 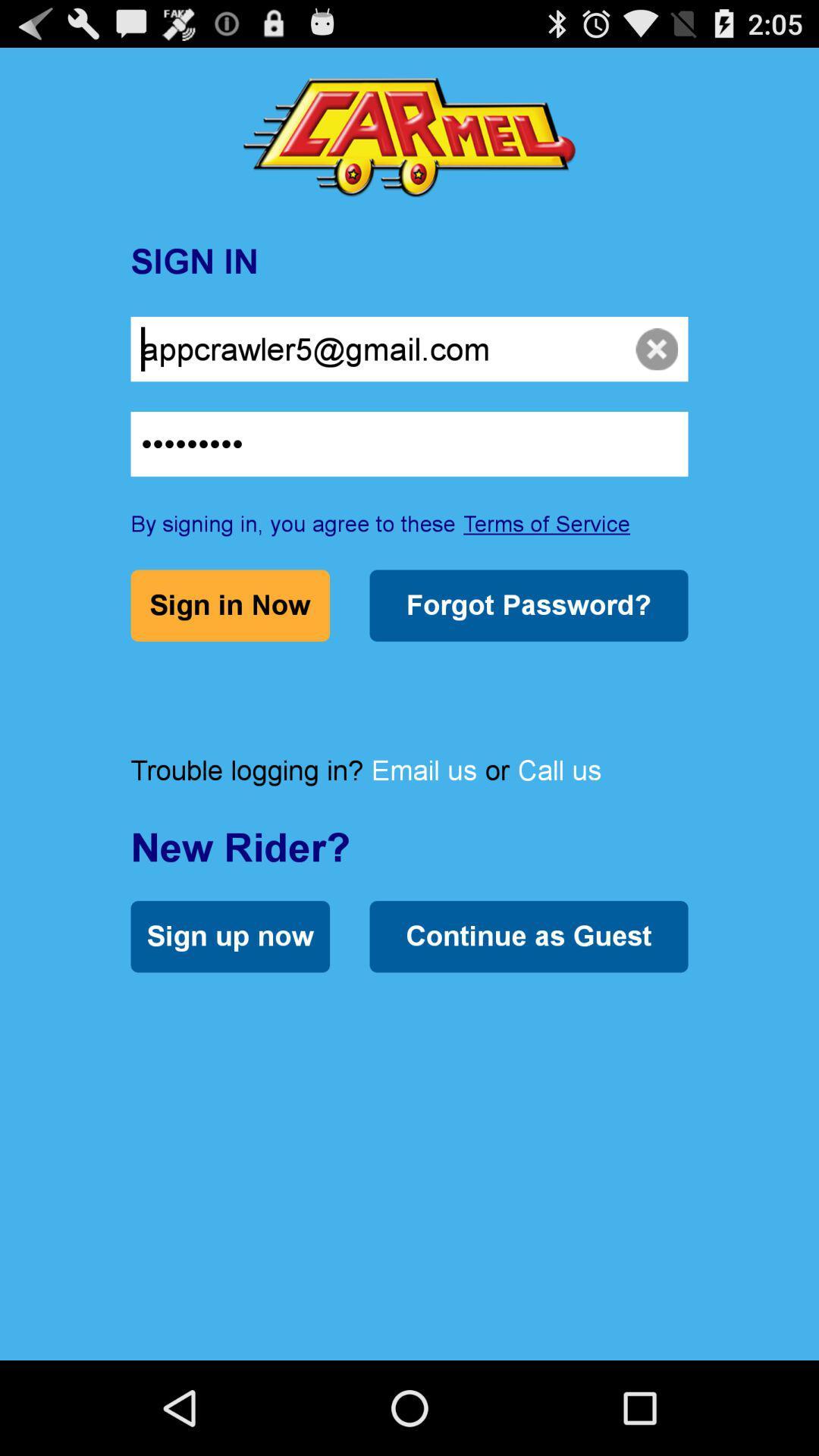 I want to click on carmel logo, so click(x=409, y=137).